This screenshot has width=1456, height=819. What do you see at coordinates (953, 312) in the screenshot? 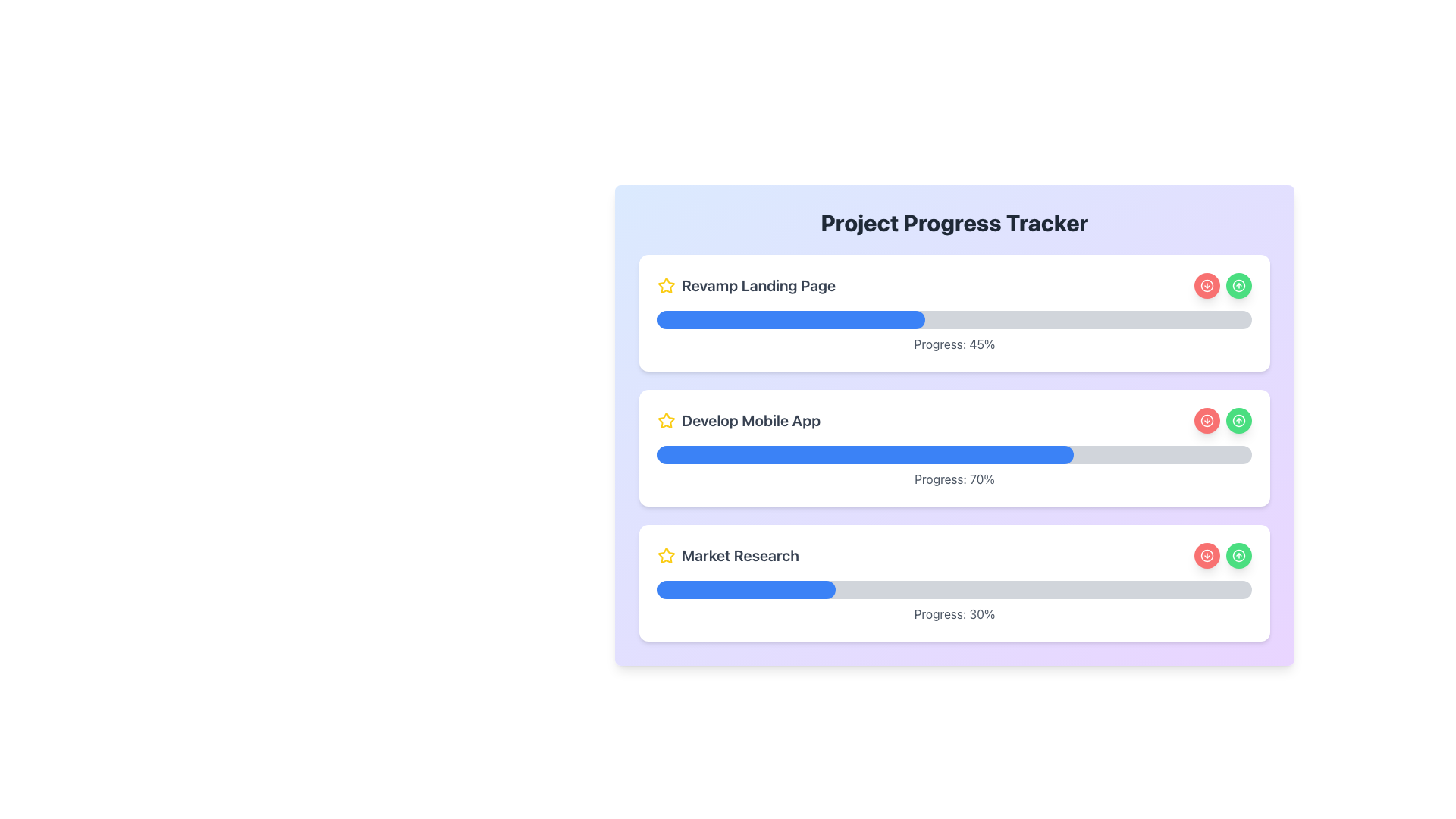
I see `the first task card in the project progress tracker, which displays the task name and its completion status` at bounding box center [953, 312].